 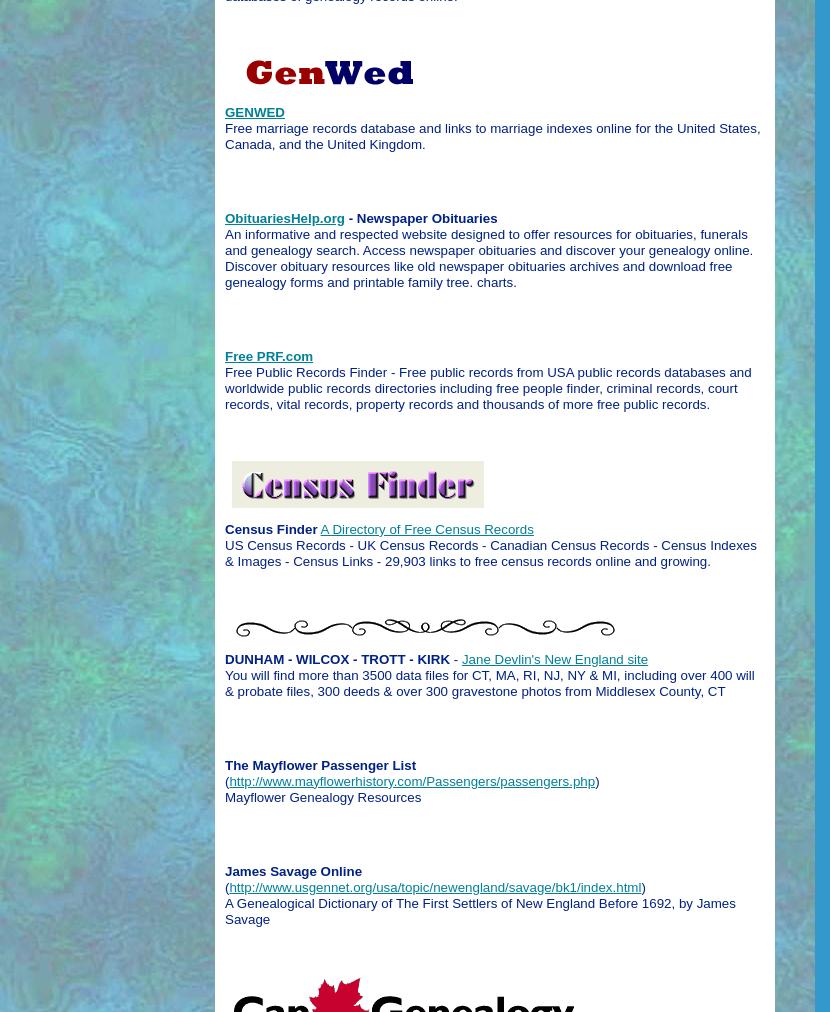 I want to click on '- Newspaper Obituaries', so click(x=420, y=217).